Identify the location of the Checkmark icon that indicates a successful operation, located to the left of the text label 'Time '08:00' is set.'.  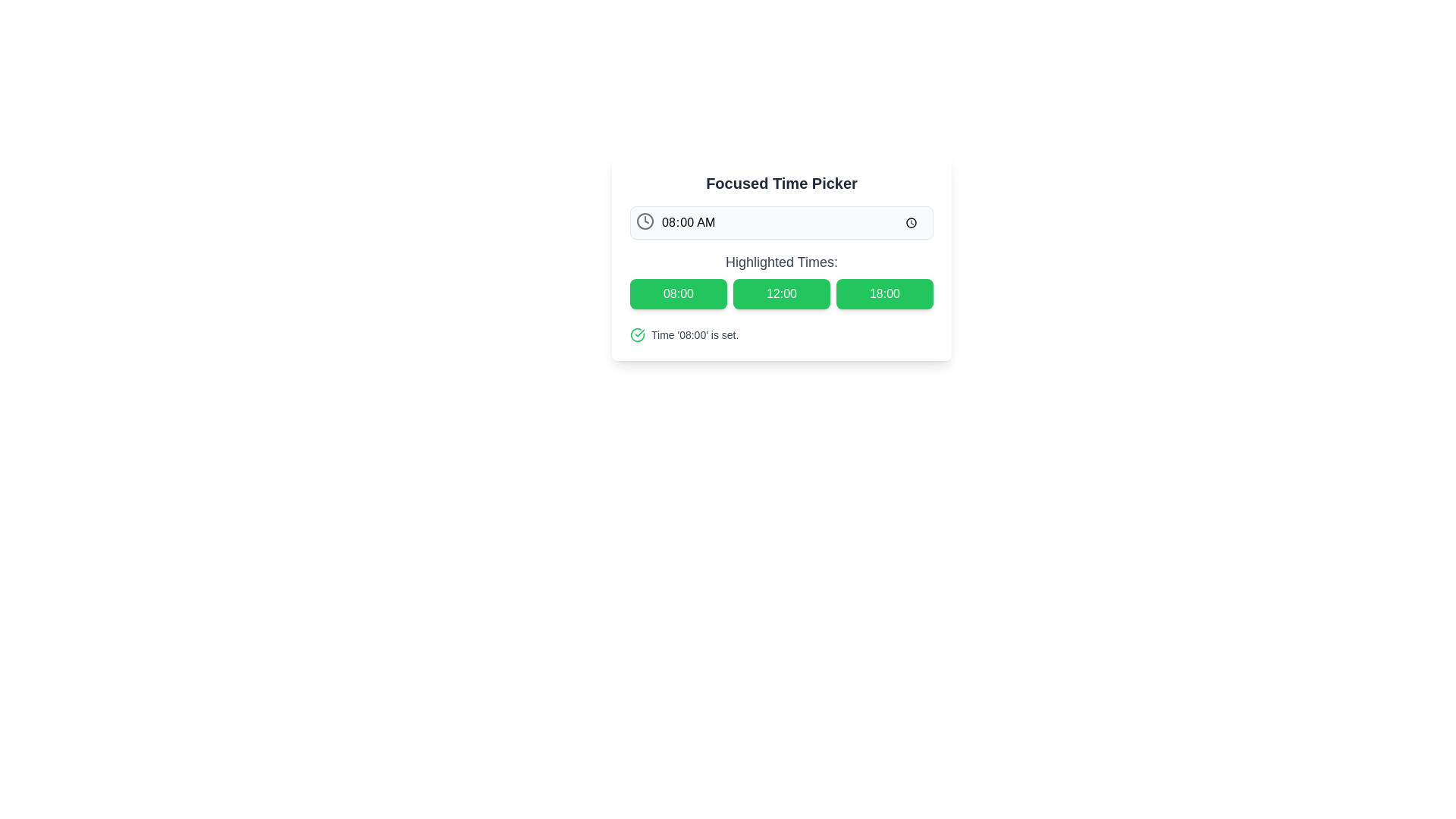
(637, 334).